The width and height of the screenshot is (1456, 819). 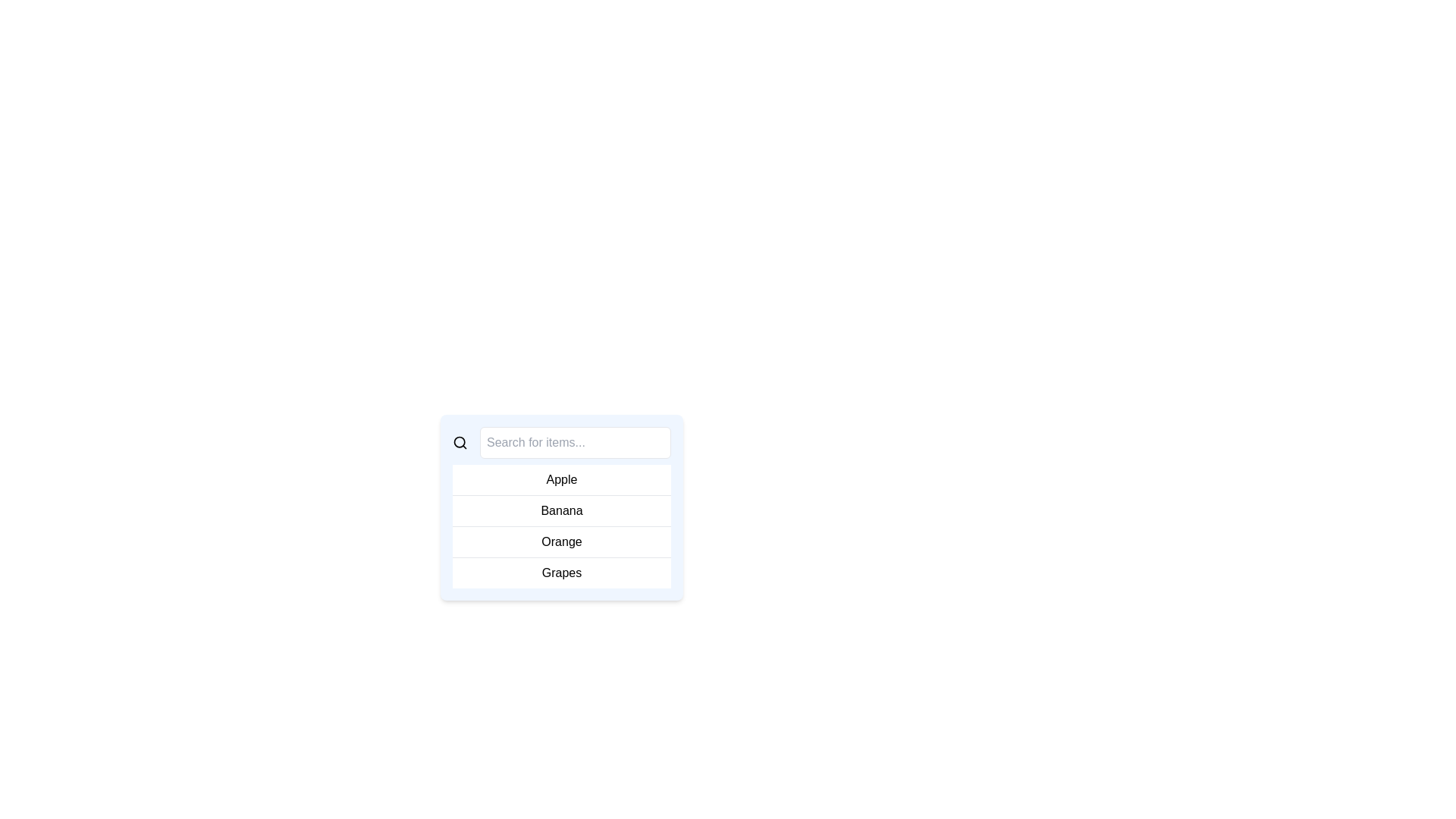 I want to click on the third list item labeled 'Orange', so click(x=560, y=541).